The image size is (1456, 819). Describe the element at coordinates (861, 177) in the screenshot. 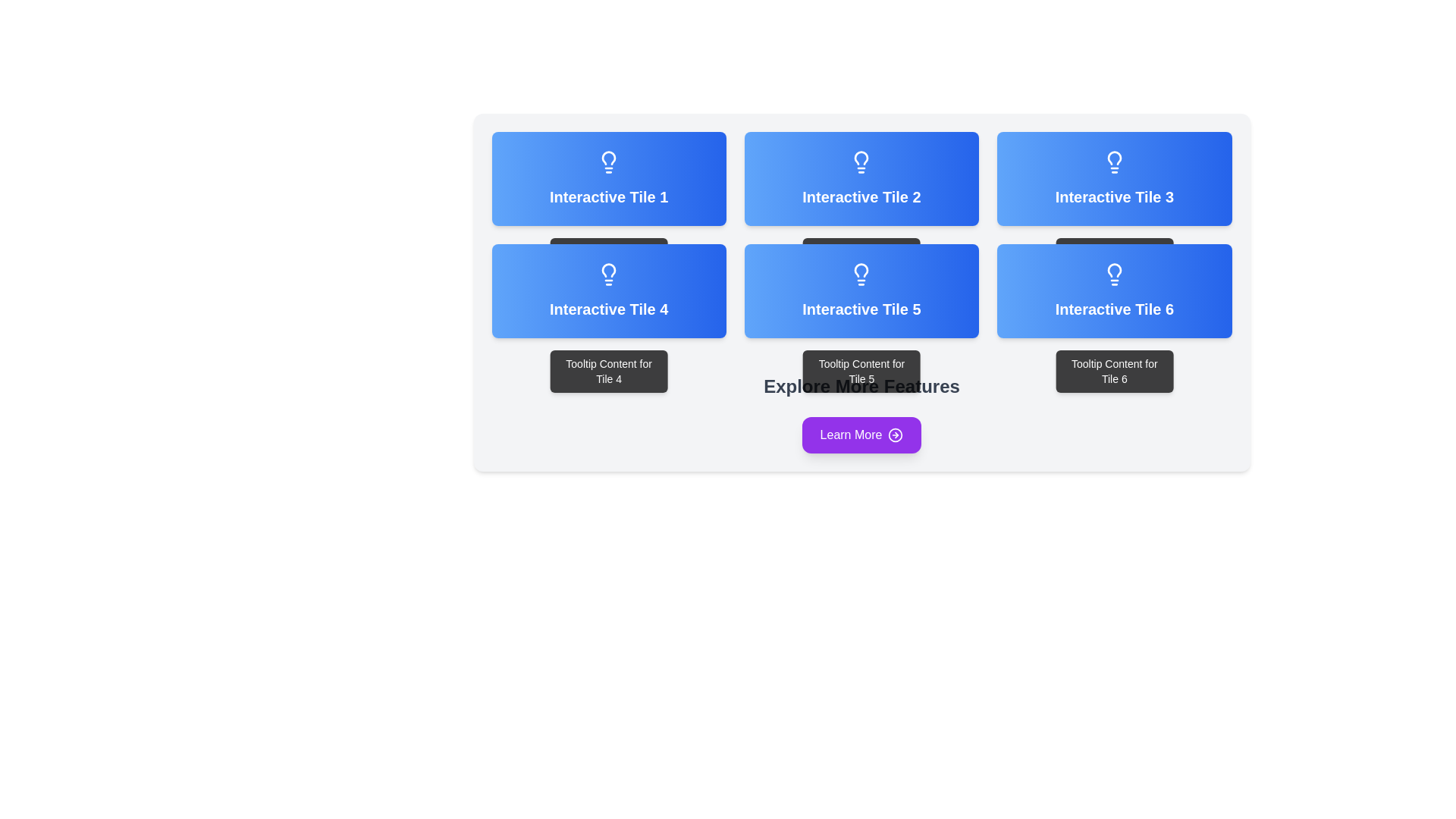

I see `the Interactive Tile 2 element, which is positioned in the upper row of a 3x2 tile grid, located between Interactive Tile 1 and Interactive Tile 3` at that location.